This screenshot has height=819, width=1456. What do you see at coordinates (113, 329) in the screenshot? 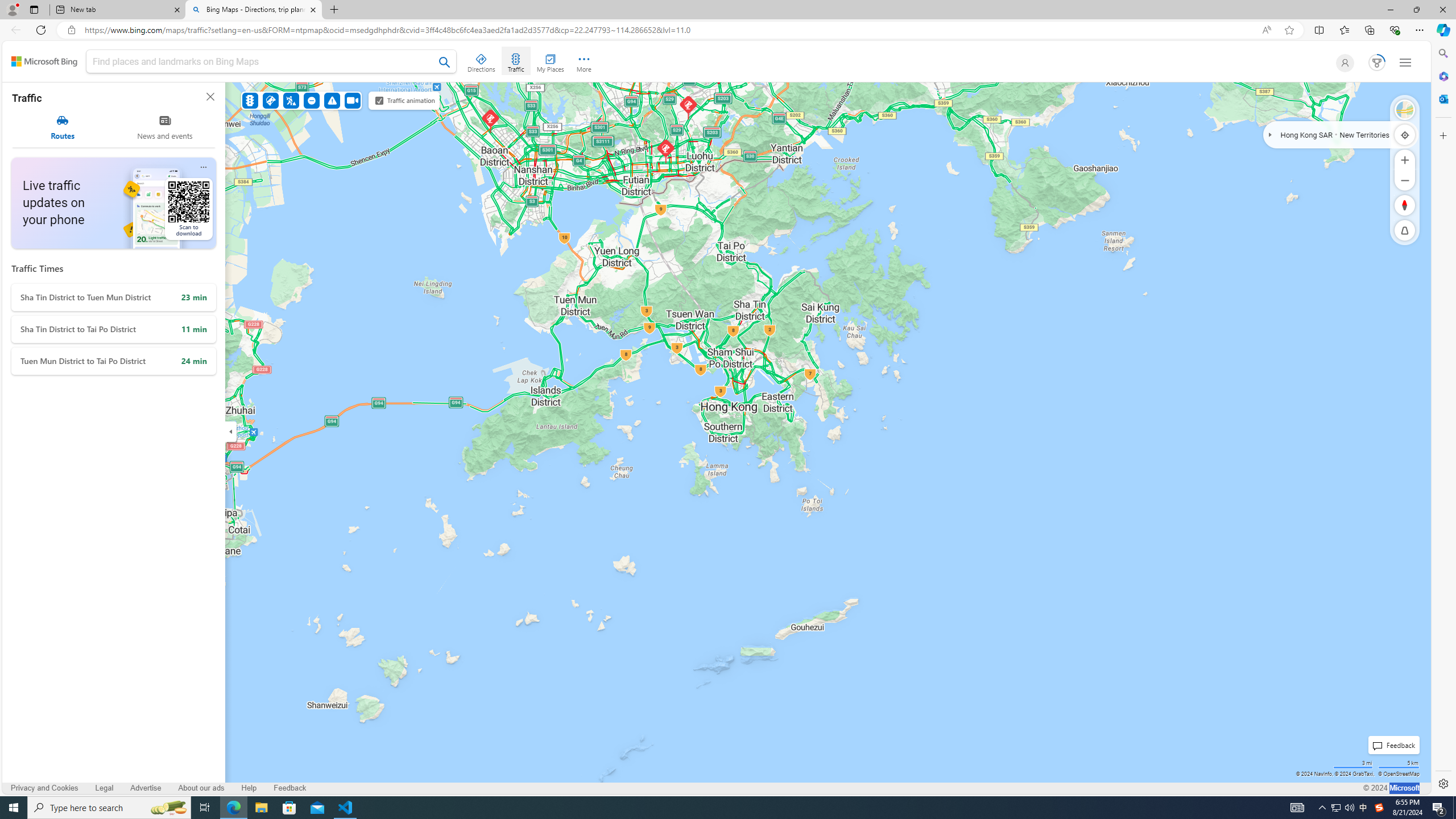
I see `'Sha Tin District to Tai Po District'` at bounding box center [113, 329].